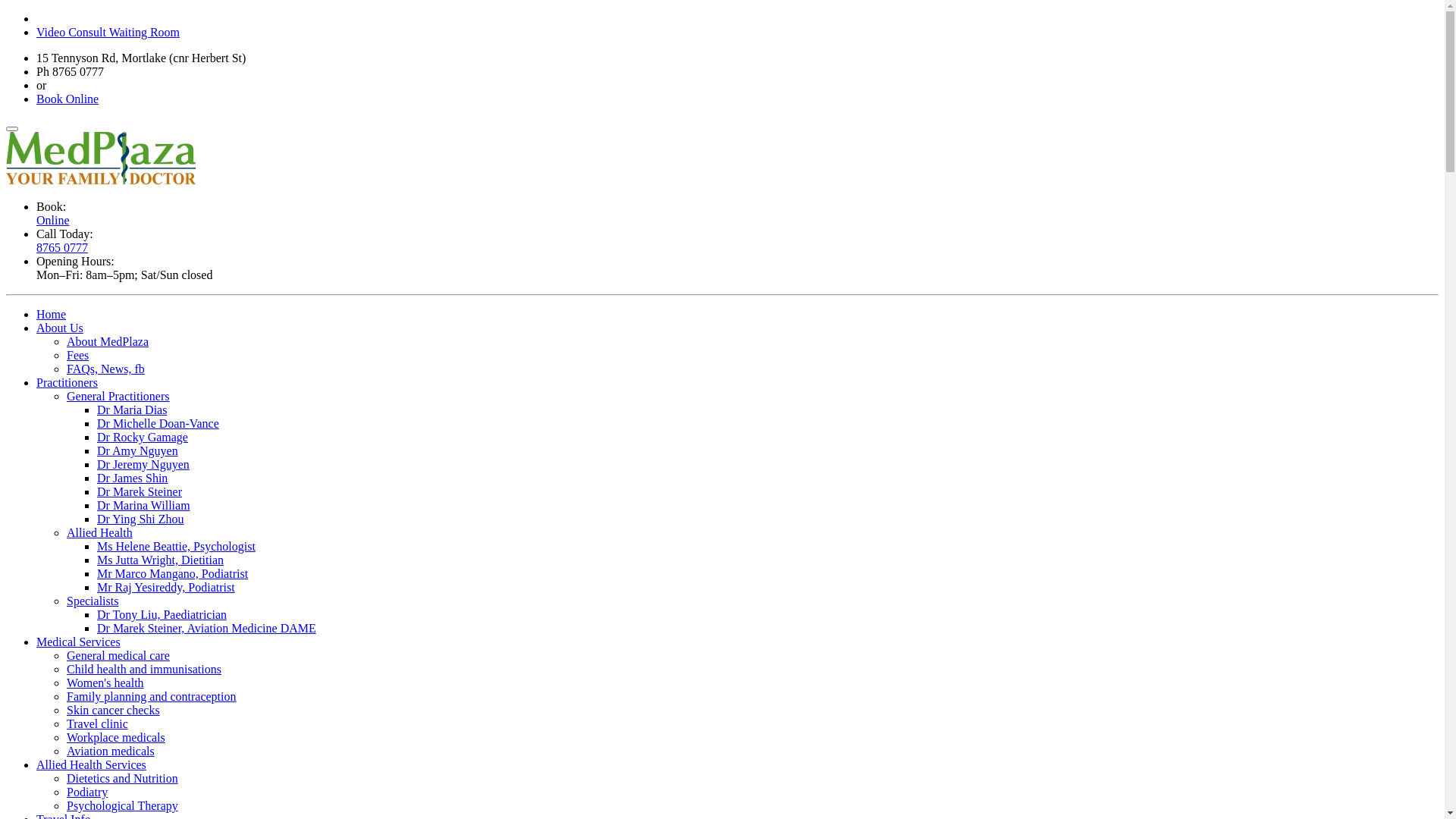 This screenshot has height=819, width=1456. What do you see at coordinates (77, 642) in the screenshot?
I see `'Medical Services'` at bounding box center [77, 642].